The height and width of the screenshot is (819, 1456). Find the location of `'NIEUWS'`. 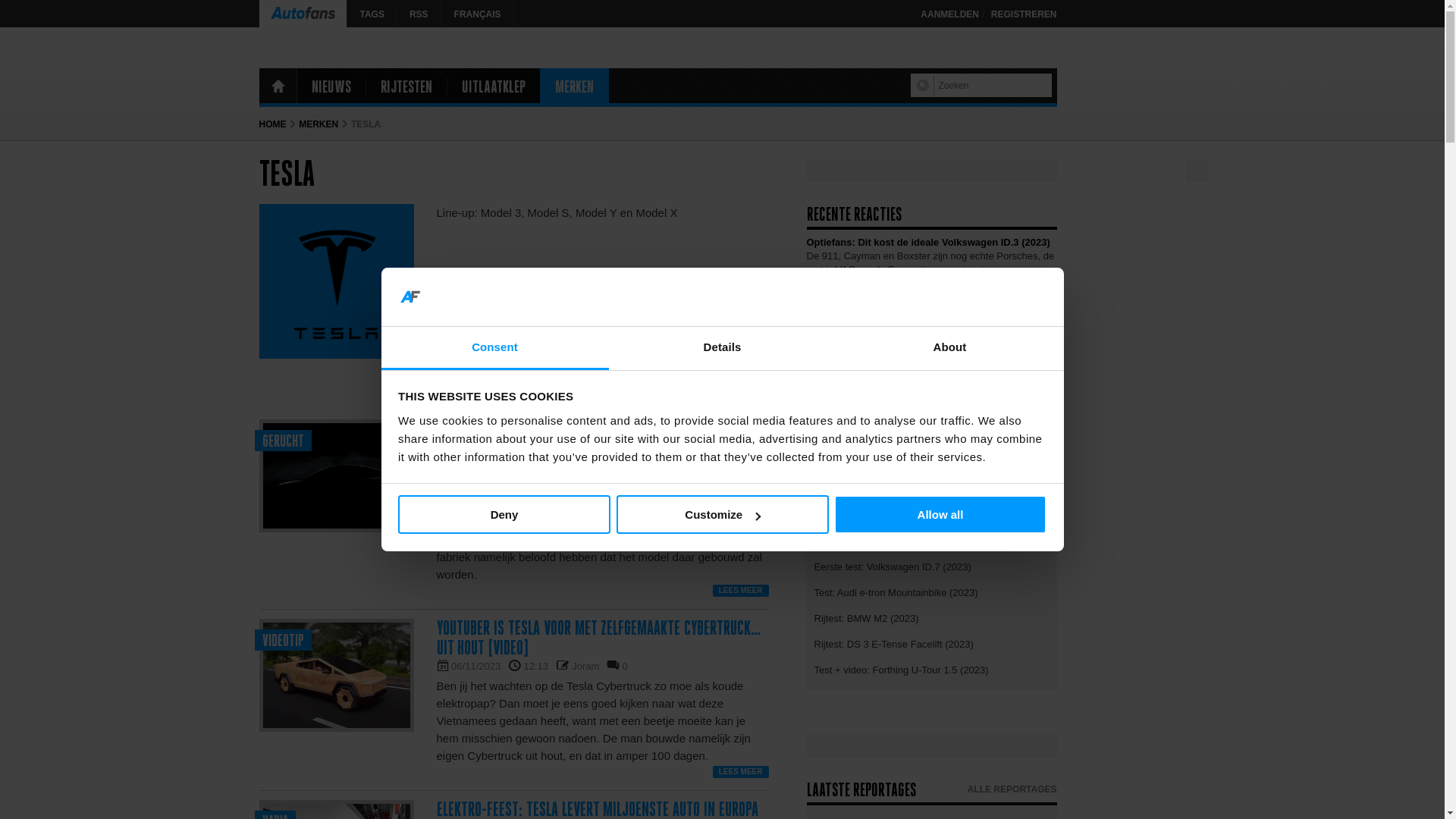

'NIEUWS' is located at coordinates (330, 85).